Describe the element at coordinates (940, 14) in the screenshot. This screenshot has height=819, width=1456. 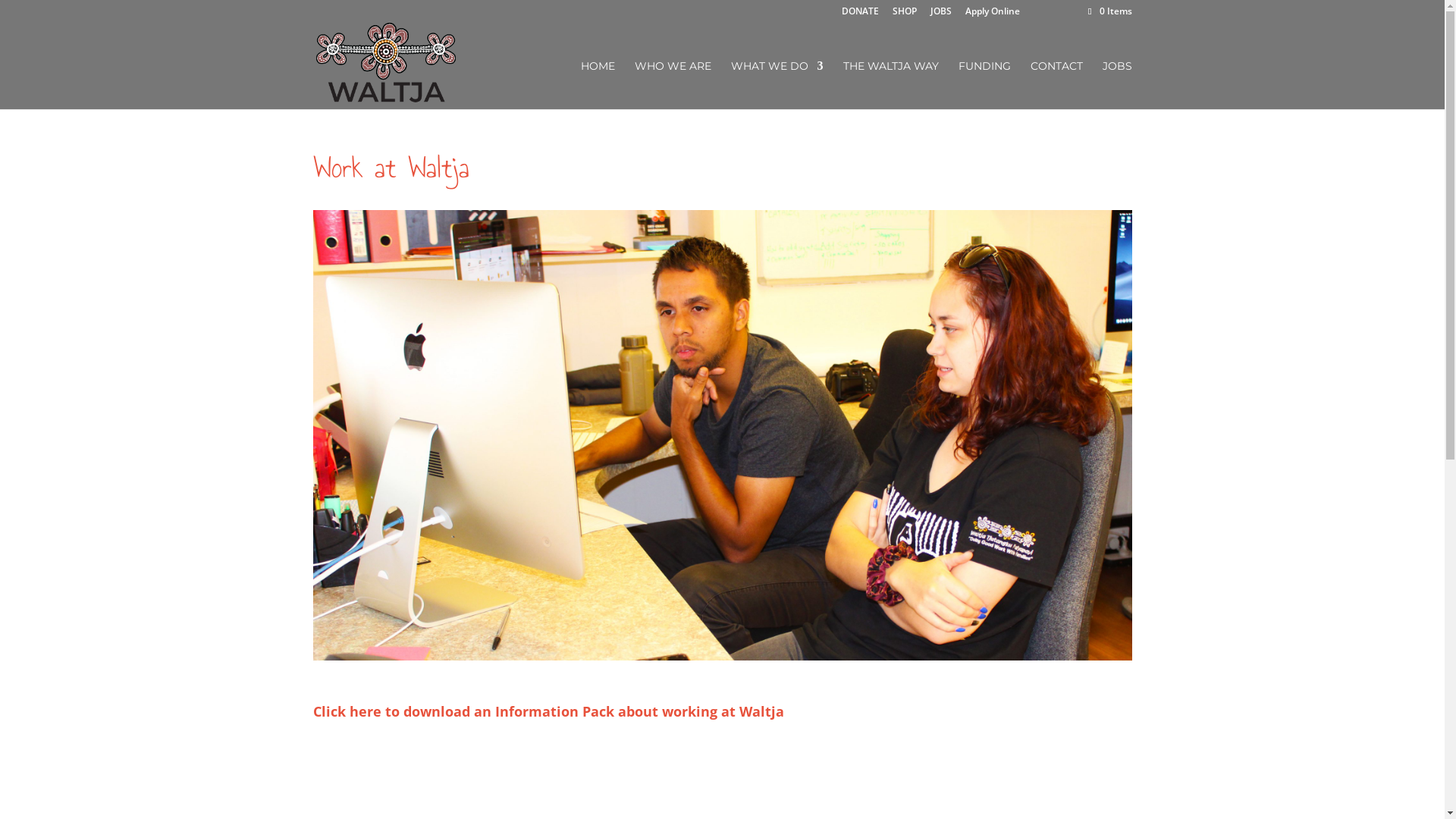
I see `'JOBS'` at that location.